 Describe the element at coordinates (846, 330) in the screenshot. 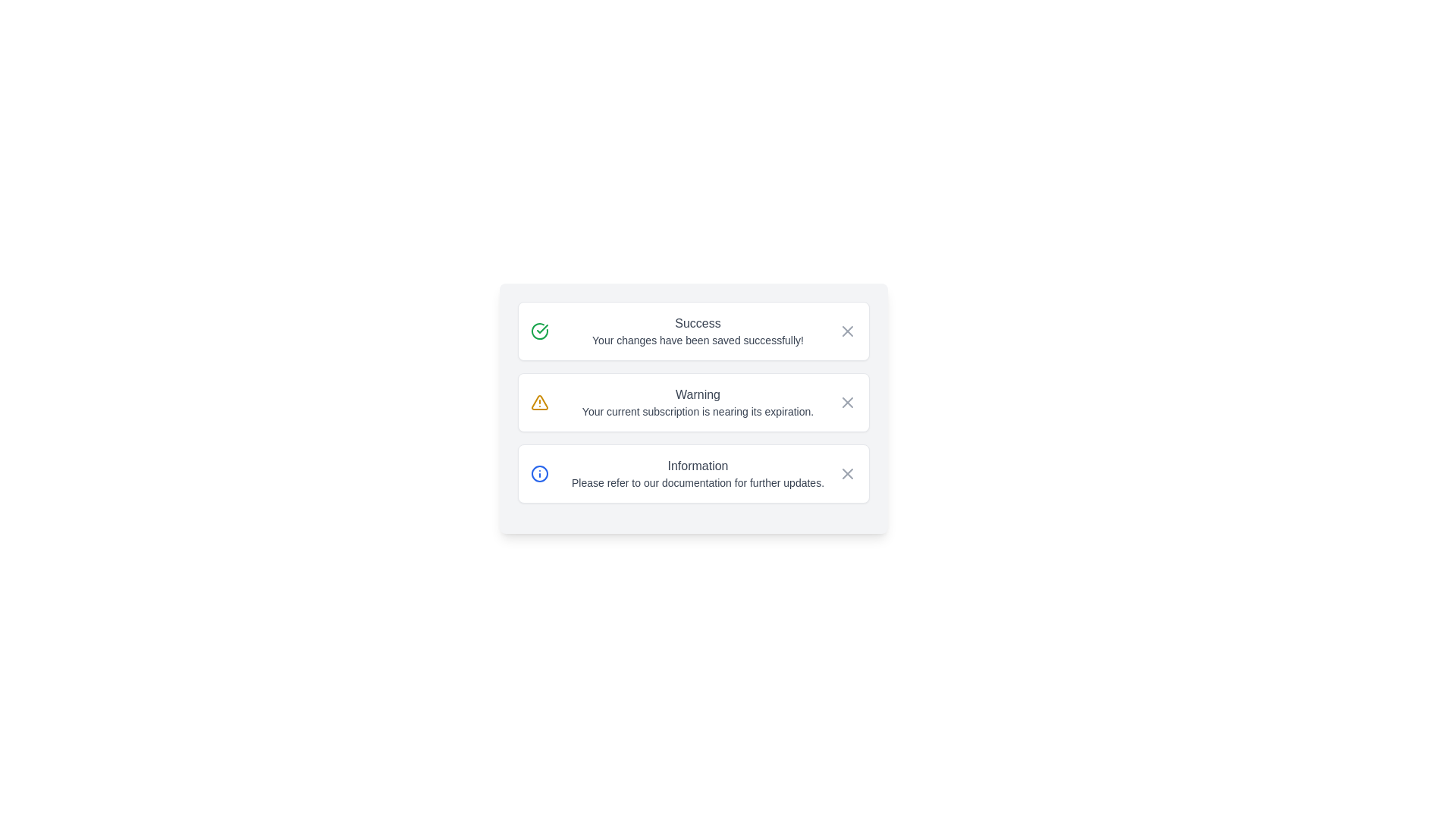

I see `the button with a cross (x) icon on the right side of the success notification` at that location.